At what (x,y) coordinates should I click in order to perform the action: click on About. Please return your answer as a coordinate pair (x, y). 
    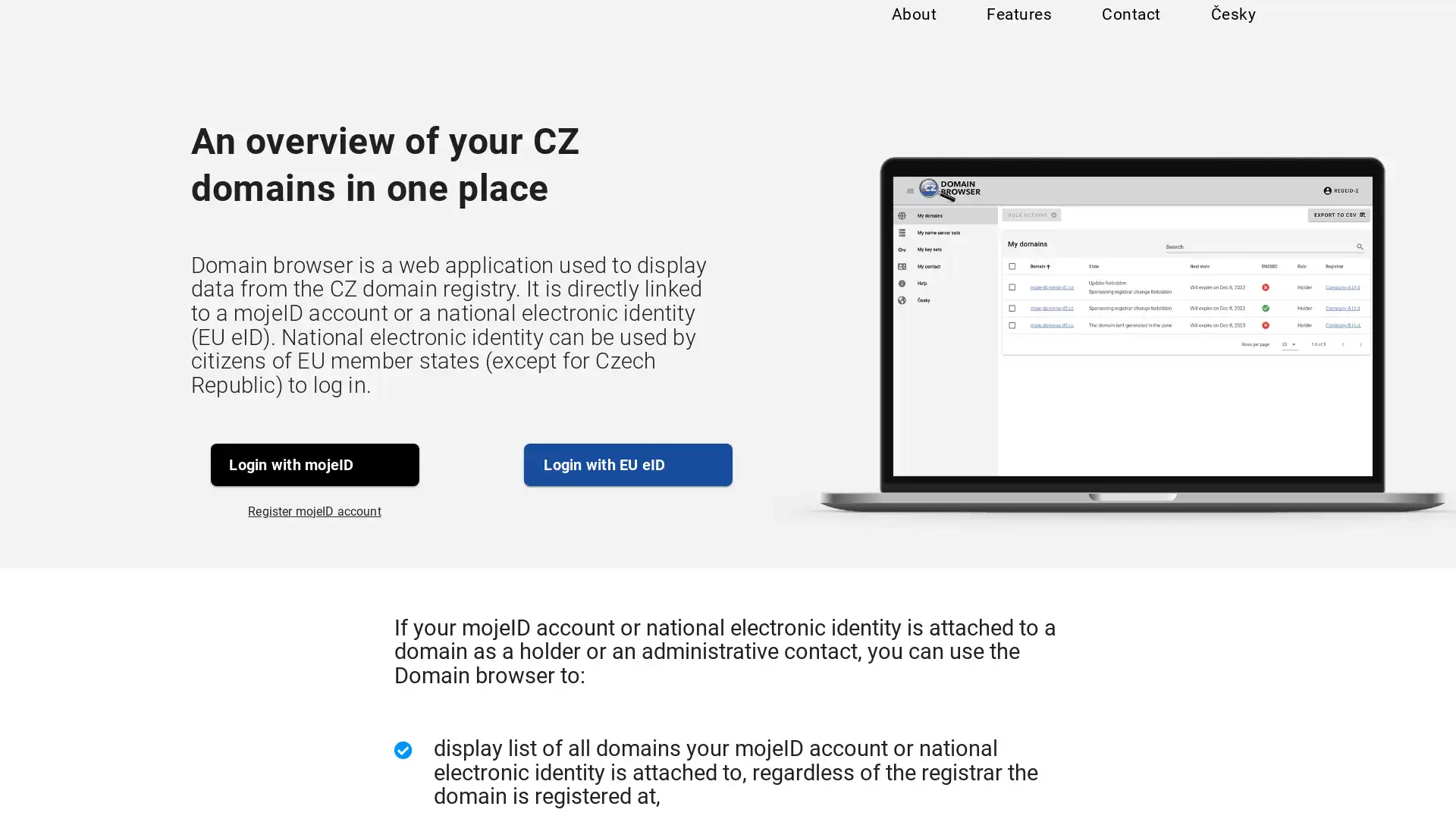
    Looking at the image, I should click on (912, 32).